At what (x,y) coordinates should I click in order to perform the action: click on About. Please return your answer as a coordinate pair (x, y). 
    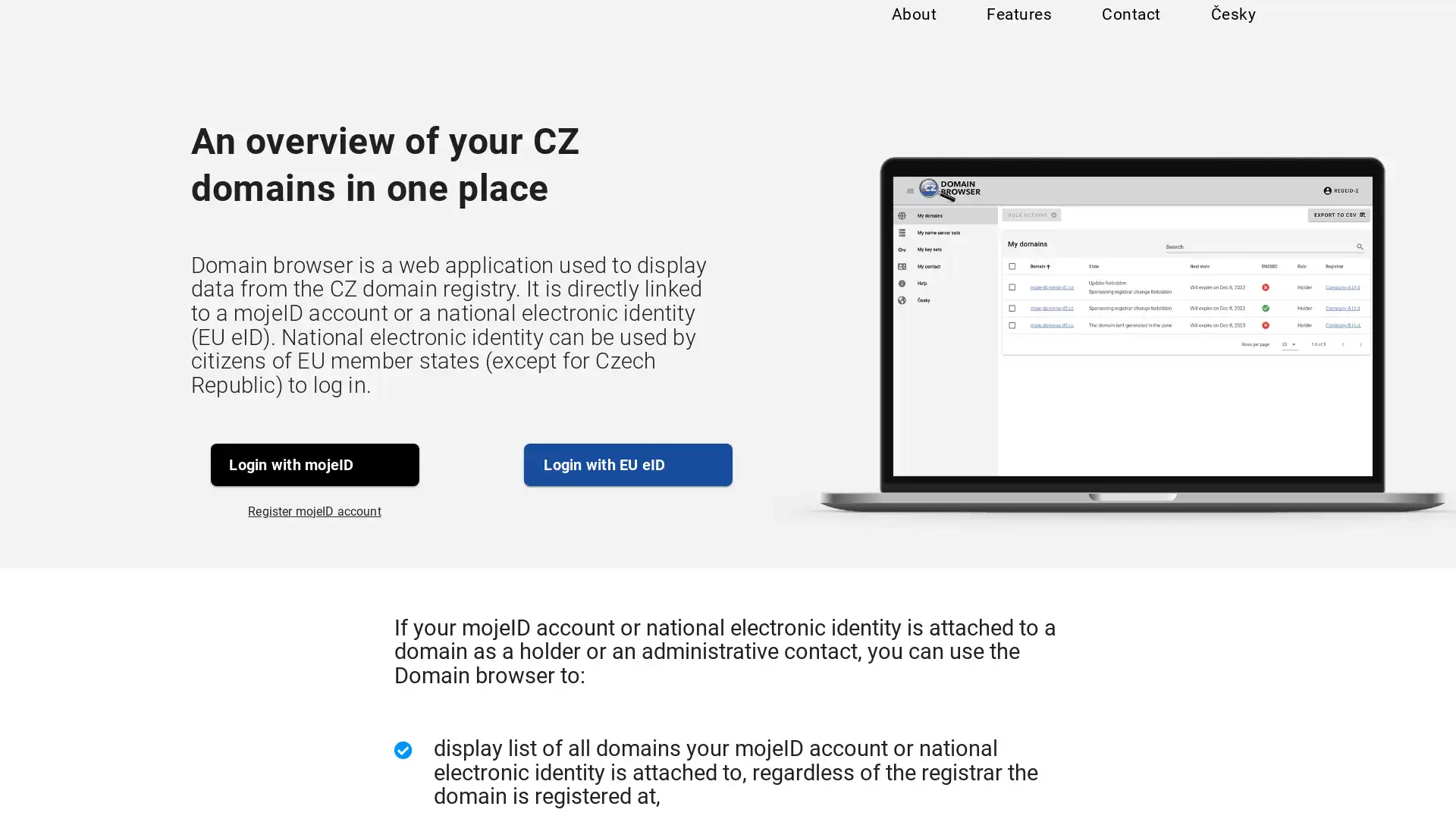
    Looking at the image, I should click on (912, 32).